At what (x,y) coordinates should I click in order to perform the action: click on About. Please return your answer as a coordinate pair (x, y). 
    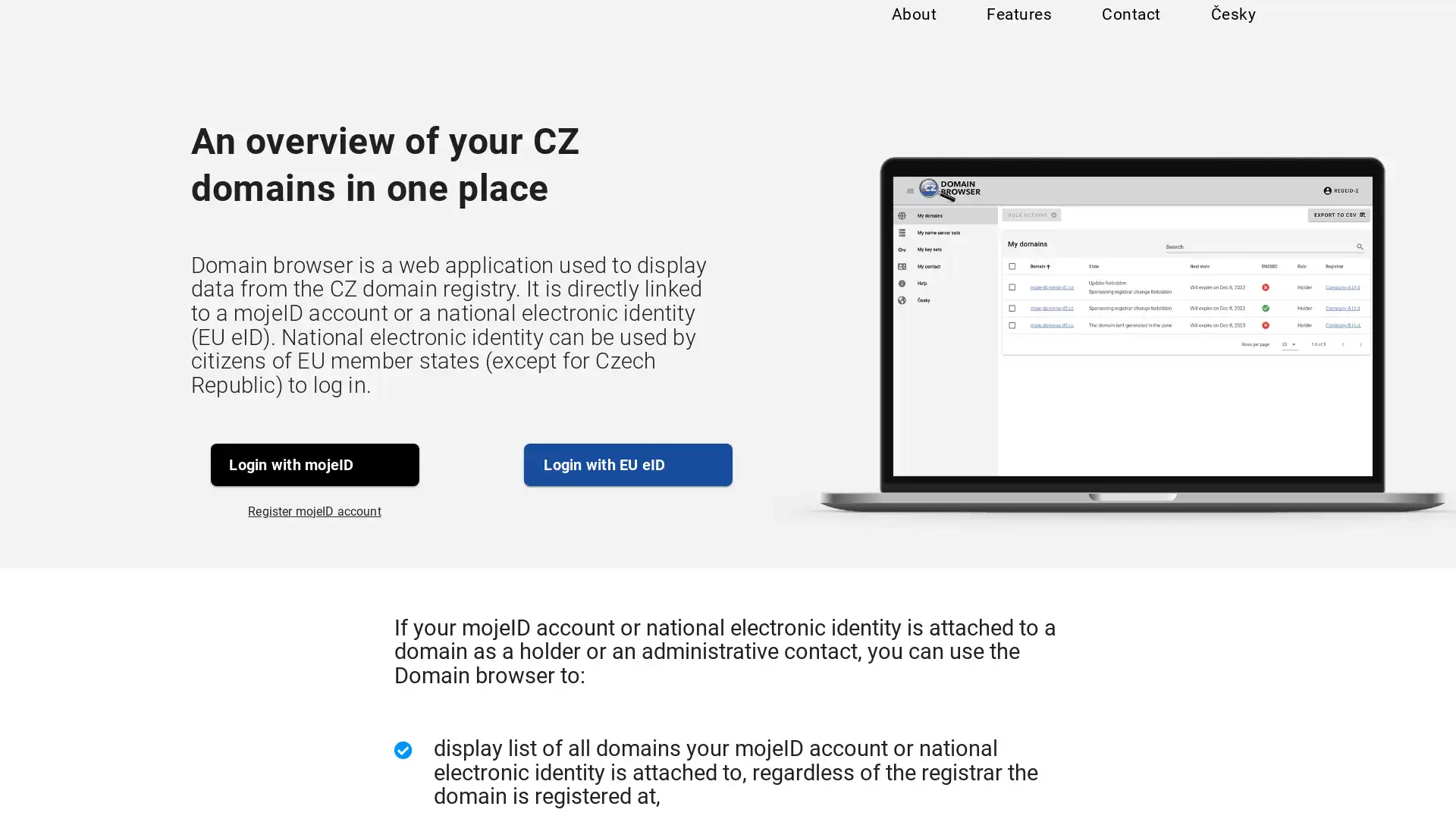
    Looking at the image, I should click on (912, 32).